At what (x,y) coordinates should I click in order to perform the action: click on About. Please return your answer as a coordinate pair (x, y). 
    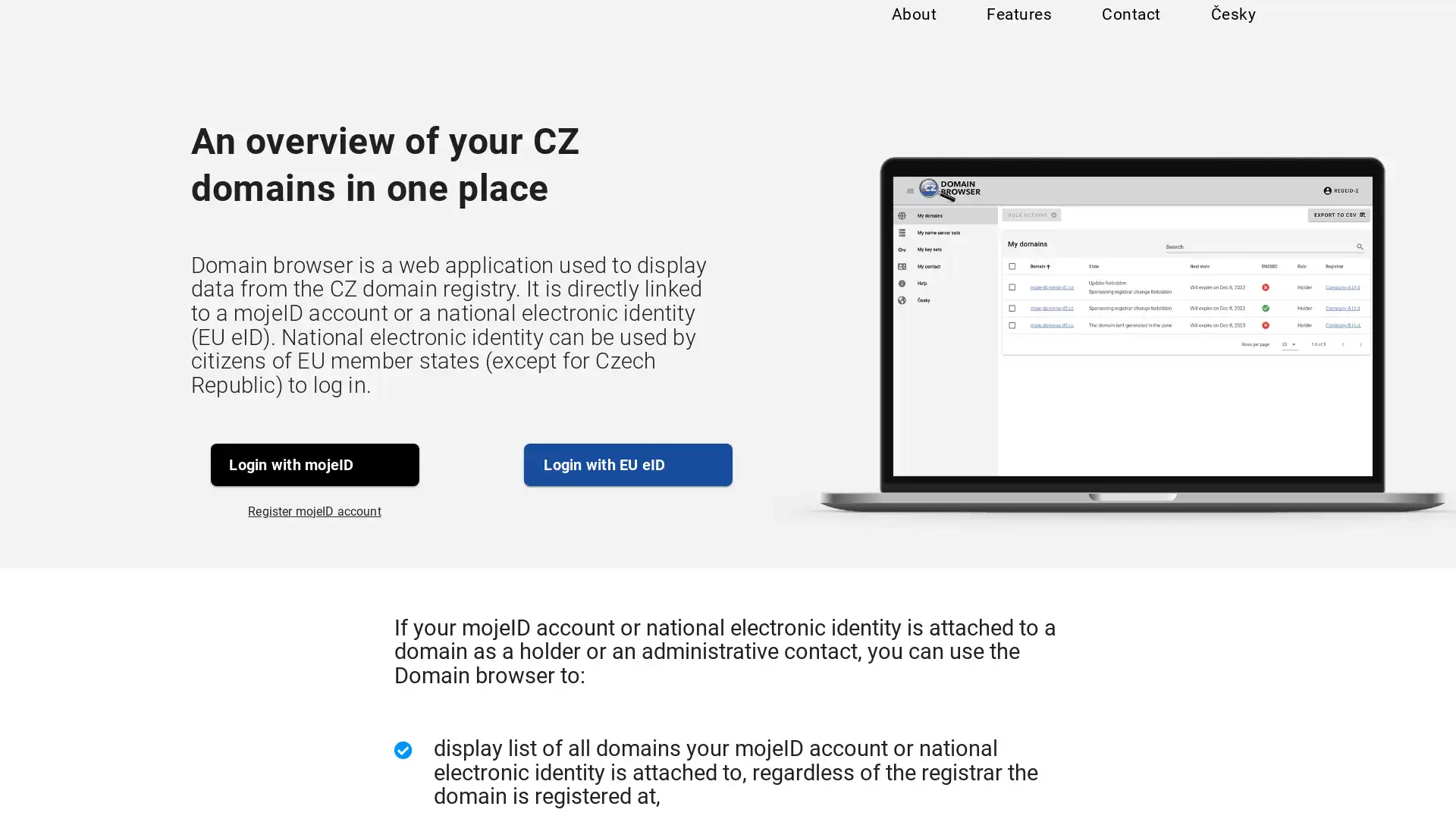
    Looking at the image, I should click on (912, 32).